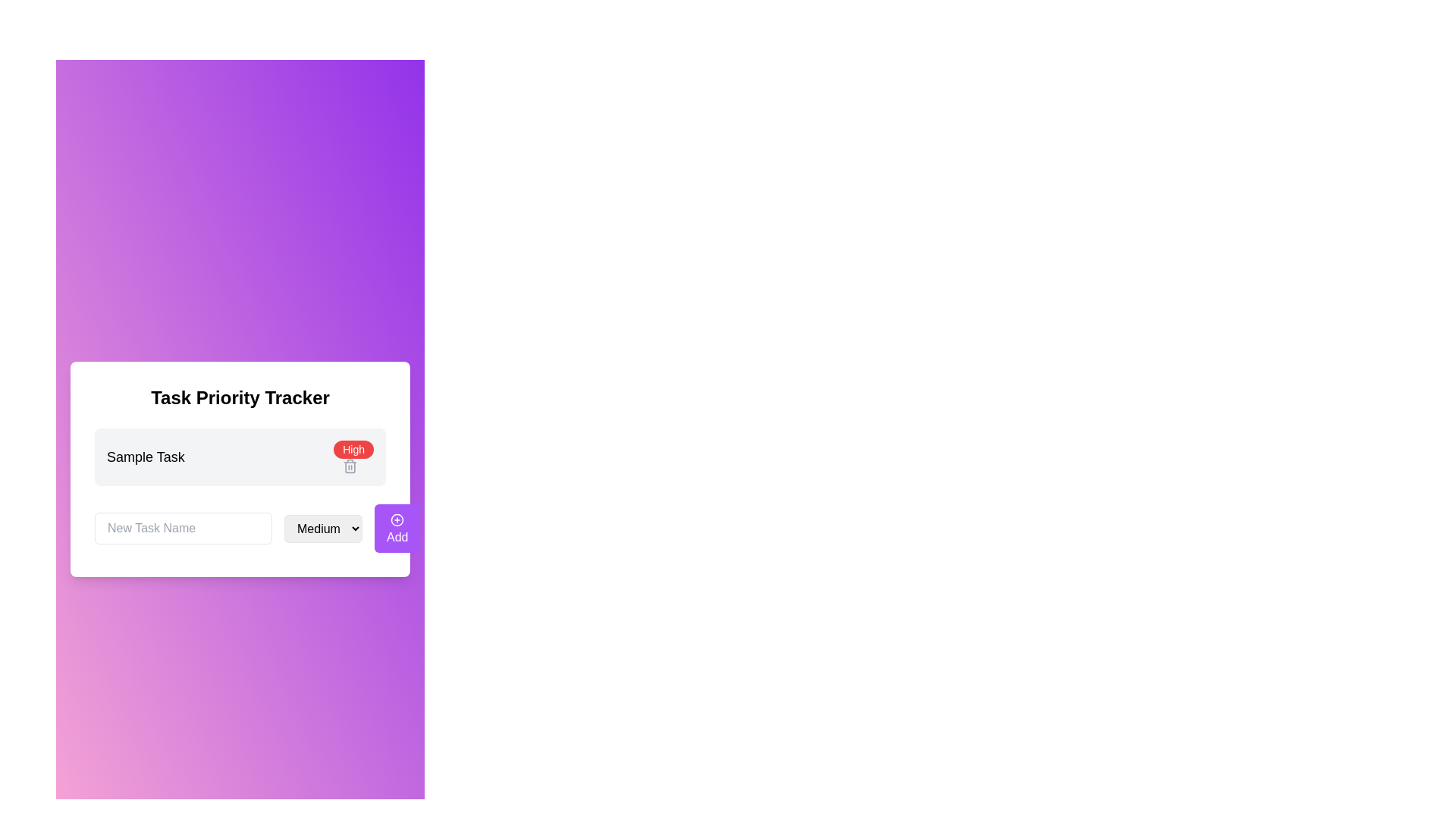 This screenshot has height=819, width=1456. Describe the element at coordinates (349, 465) in the screenshot. I see `the trash bin icon located to the right of the 'High' priority label` at that location.